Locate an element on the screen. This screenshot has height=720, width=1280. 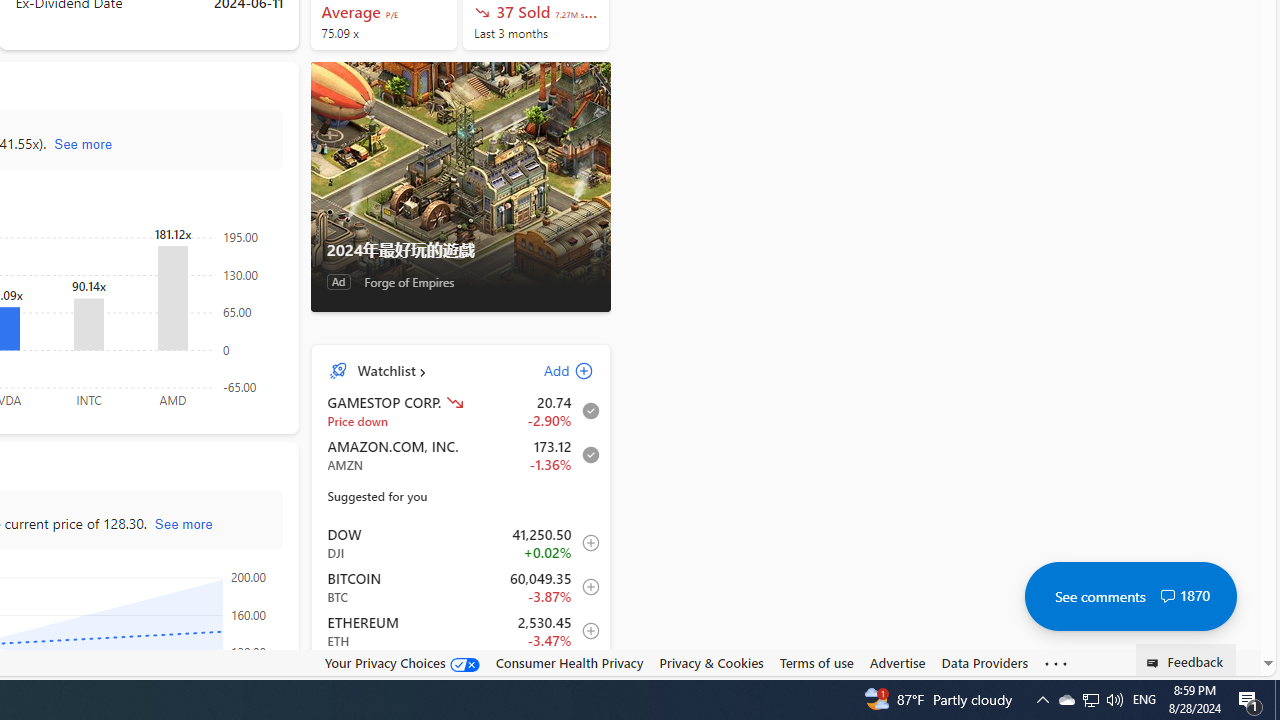
'Consumer Health Privacy' is located at coordinates (568, 663).